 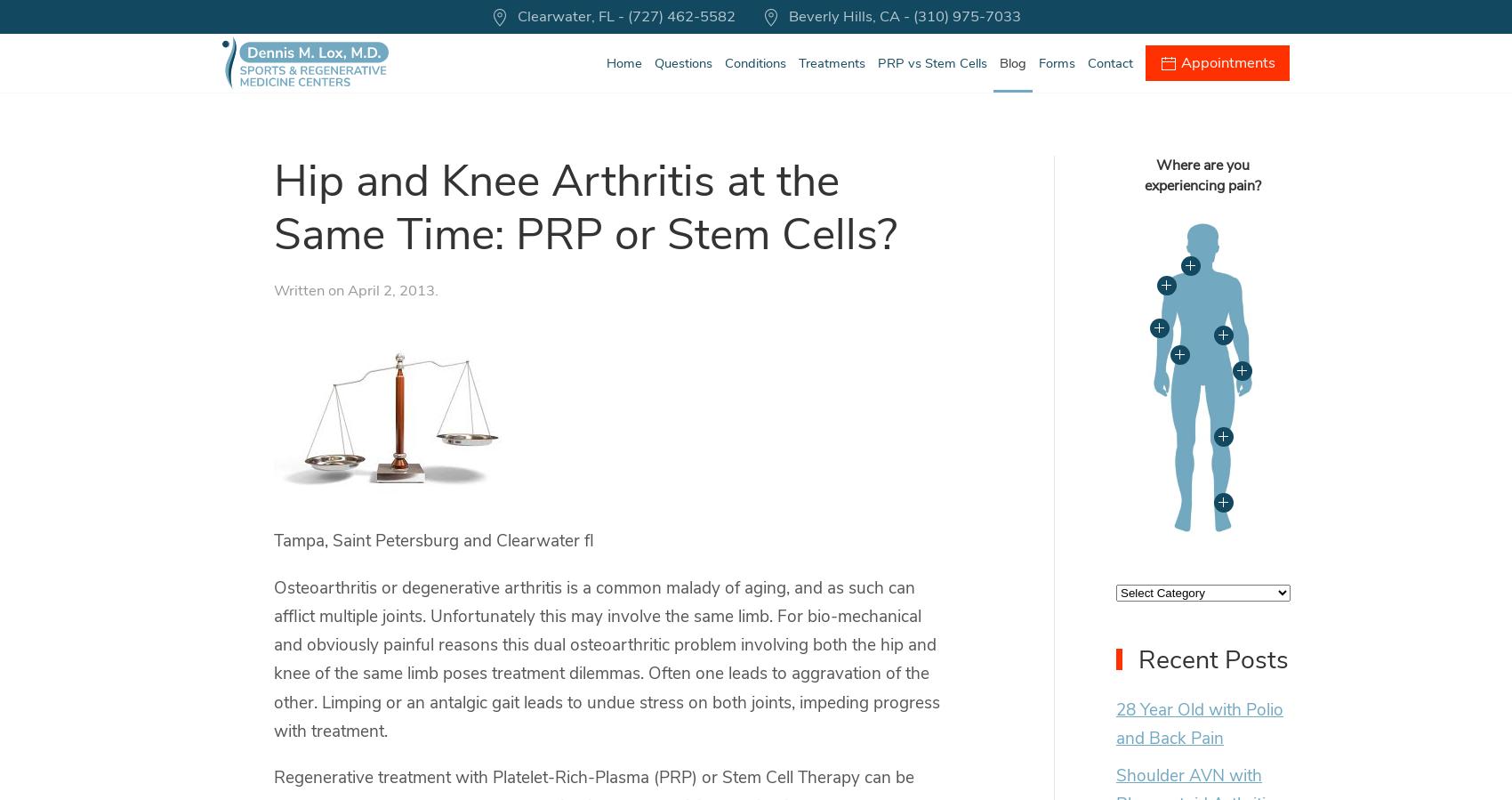 I want to click on 'Tampa, Saint Petersburg and Clearwater fl', so click(x=433, y=539).